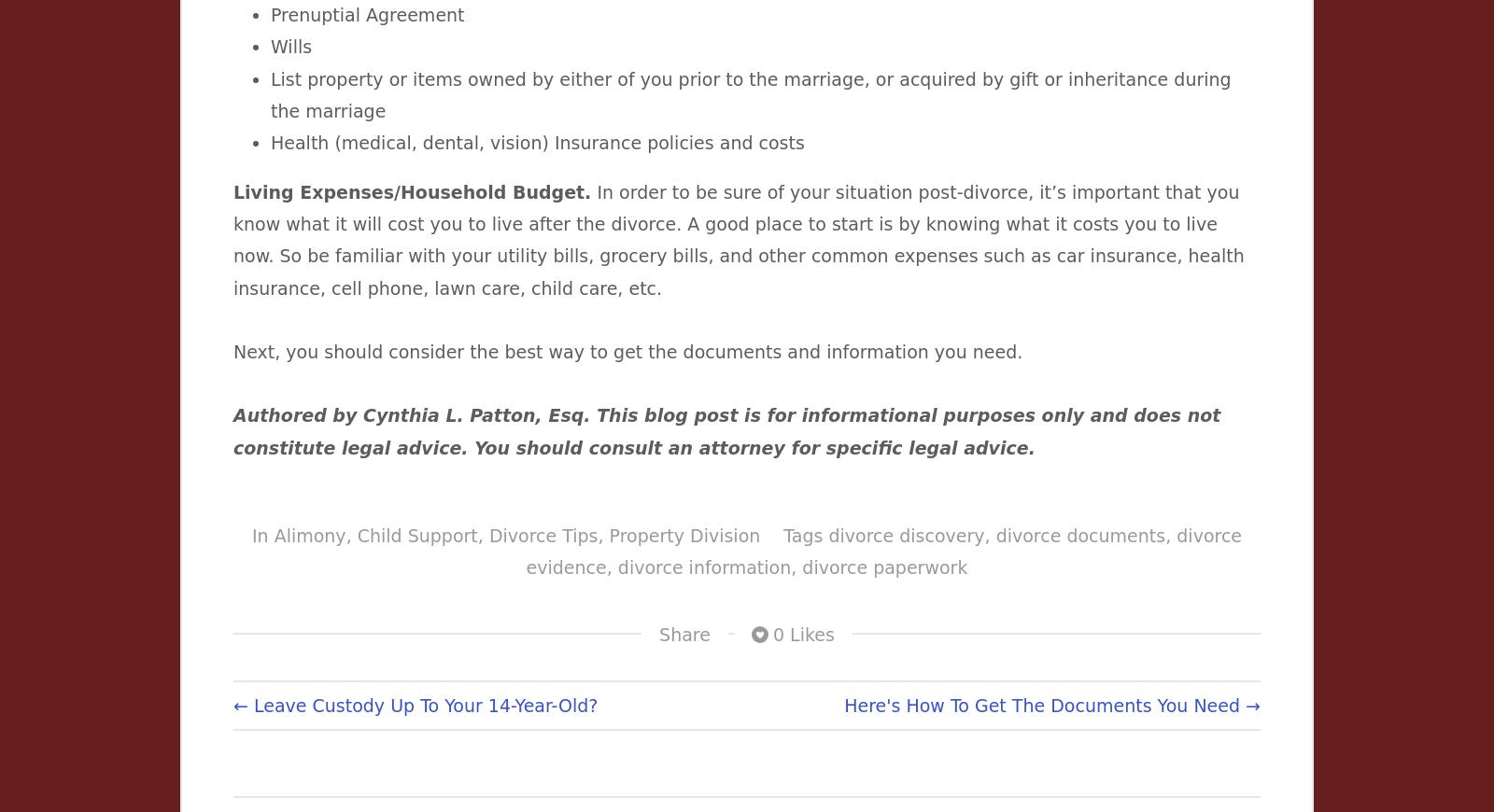  I want to click on 'Health (medical, dental, vision) Insurance policies and costs', so click(536, 140).